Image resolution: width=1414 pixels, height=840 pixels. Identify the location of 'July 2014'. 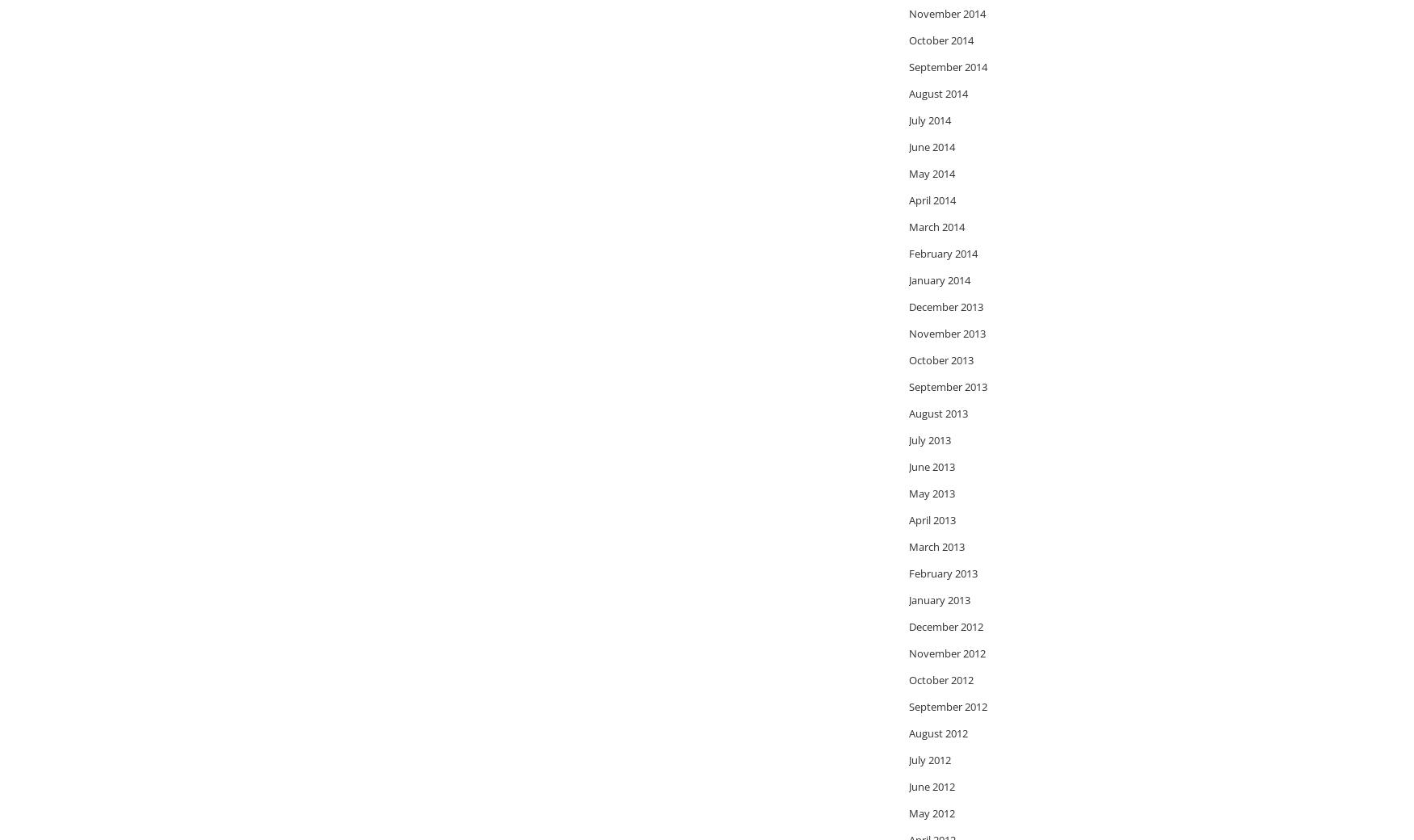
(928, 119).